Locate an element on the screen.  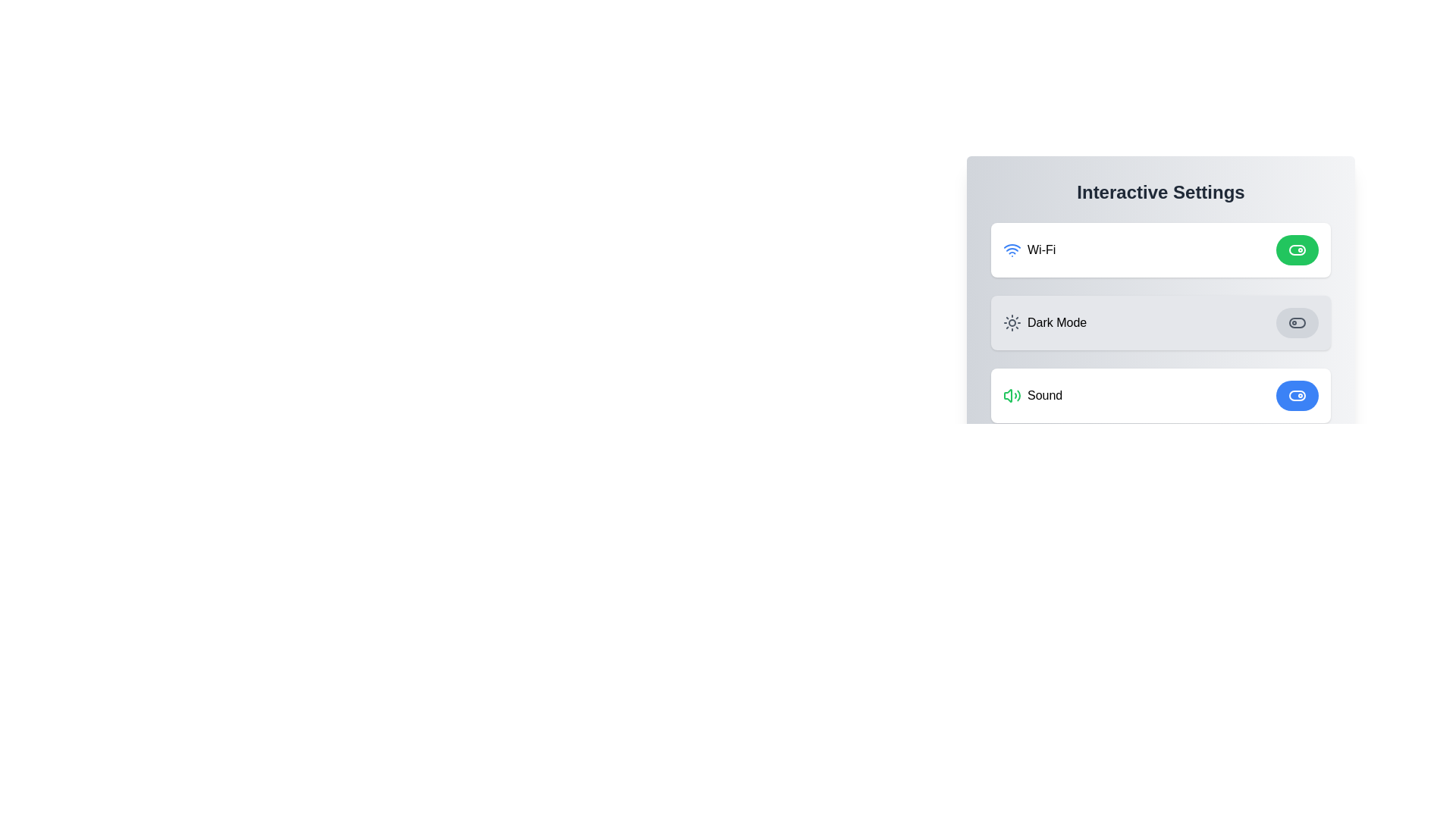
the sun icon located to the left of the 'Dark Mode' label in the 'Interactive Settings' panel, which is styled in a minimalistic gray color scheme is located at coordinates (1012, 322).